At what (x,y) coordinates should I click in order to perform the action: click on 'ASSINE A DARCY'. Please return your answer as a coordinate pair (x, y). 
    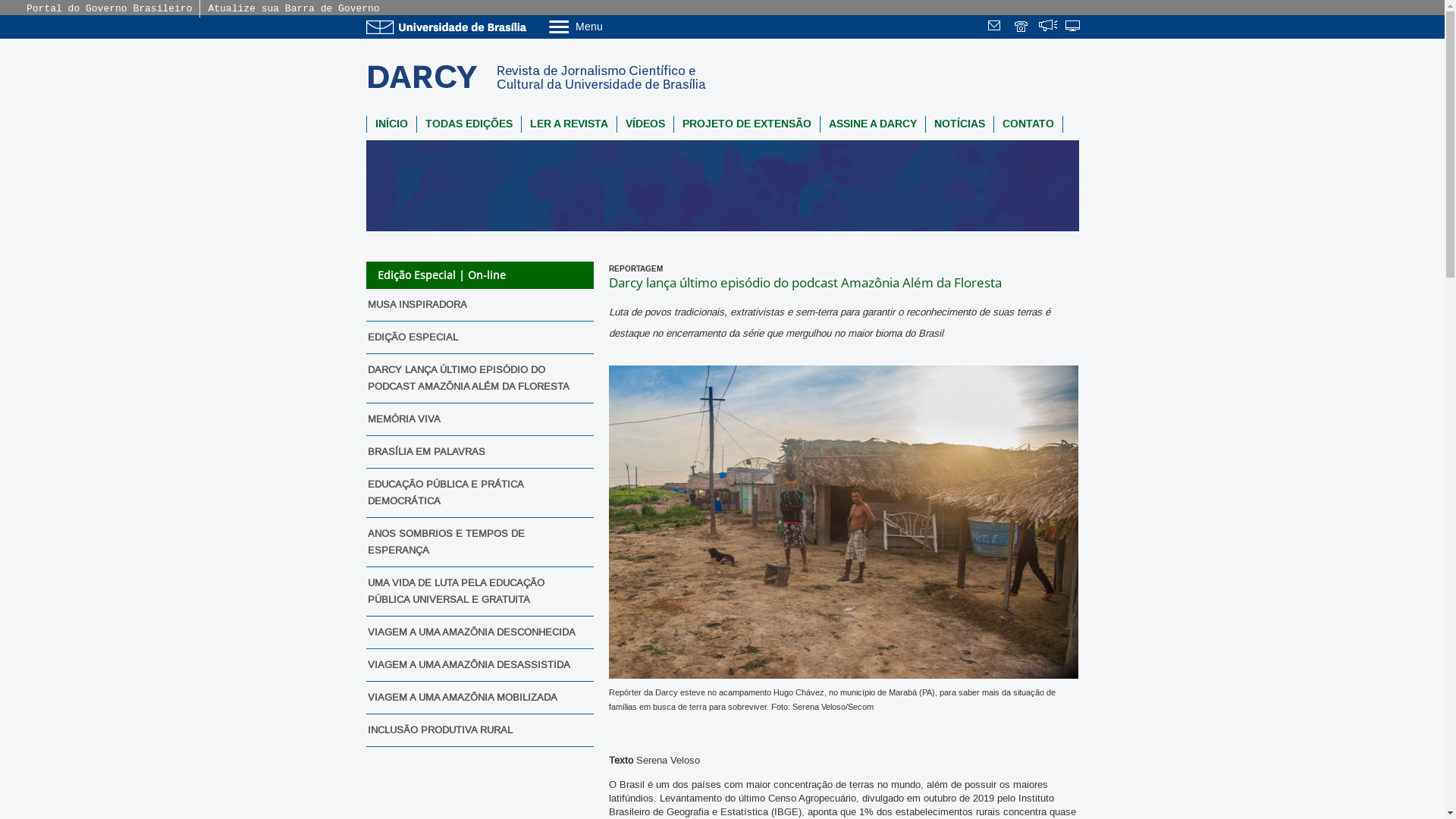
    Looking at the image, I should click on (819, 124).